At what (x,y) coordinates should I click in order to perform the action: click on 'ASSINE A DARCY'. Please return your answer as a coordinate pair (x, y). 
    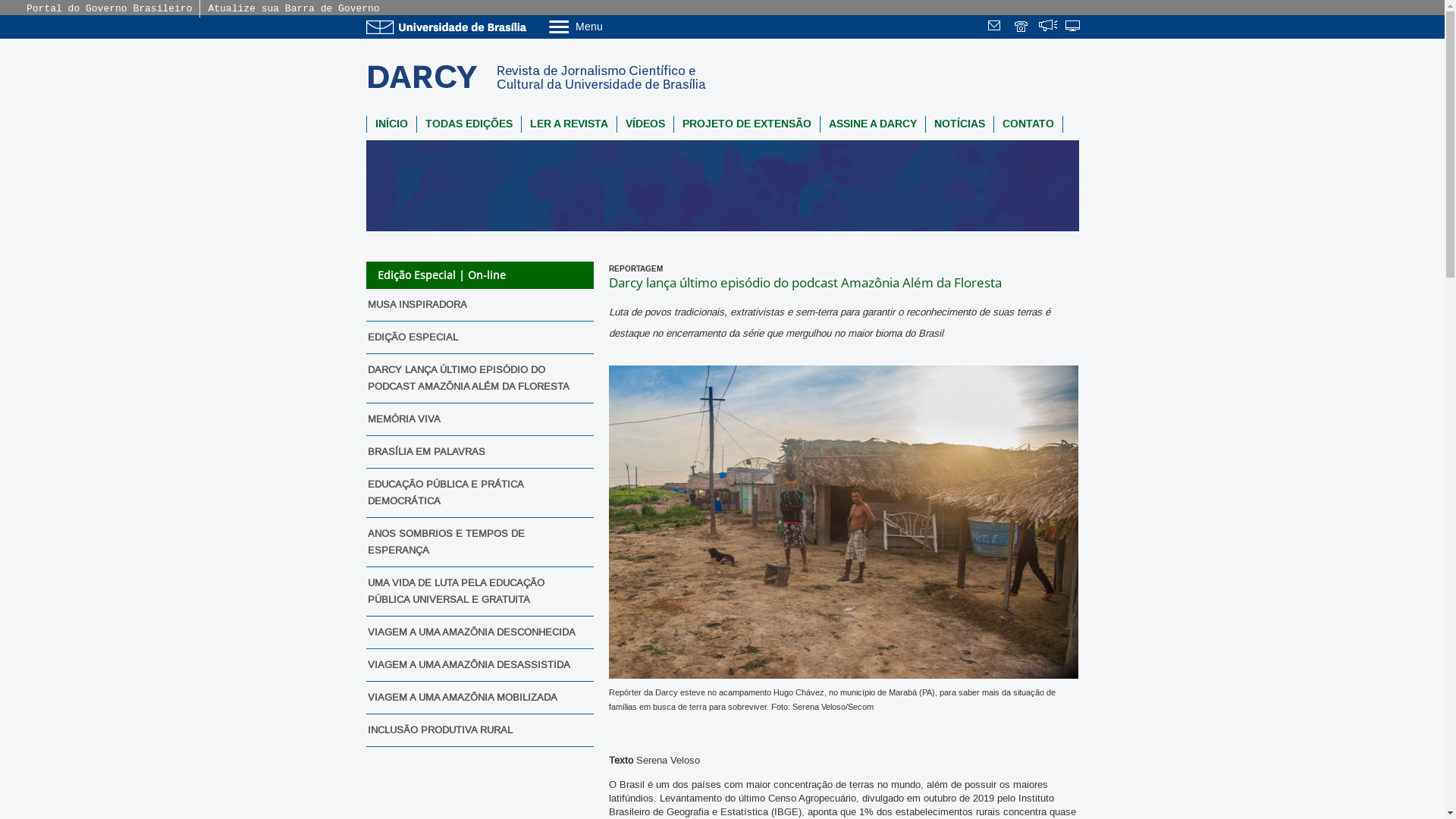
    Looking at the image, I should click on (819, 124).